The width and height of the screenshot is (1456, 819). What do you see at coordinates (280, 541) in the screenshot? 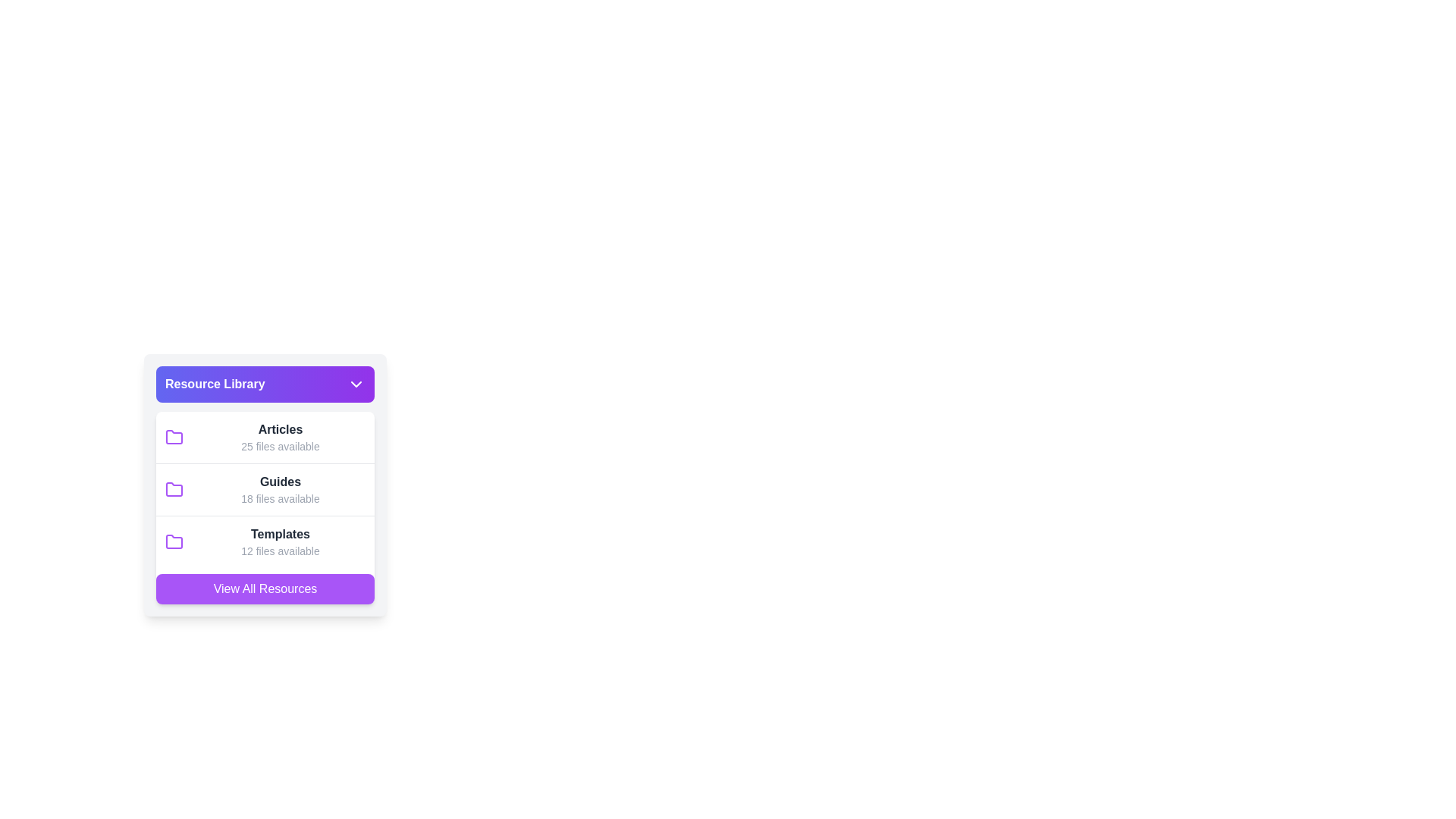
I see `text displayed in the label element that says 'Templates' in bold dark gray above '12 files available' in smaller light gray text, which is the third entry in the vertical list within the card labeled 'Resource Library'` at bounding box center [280, 541].